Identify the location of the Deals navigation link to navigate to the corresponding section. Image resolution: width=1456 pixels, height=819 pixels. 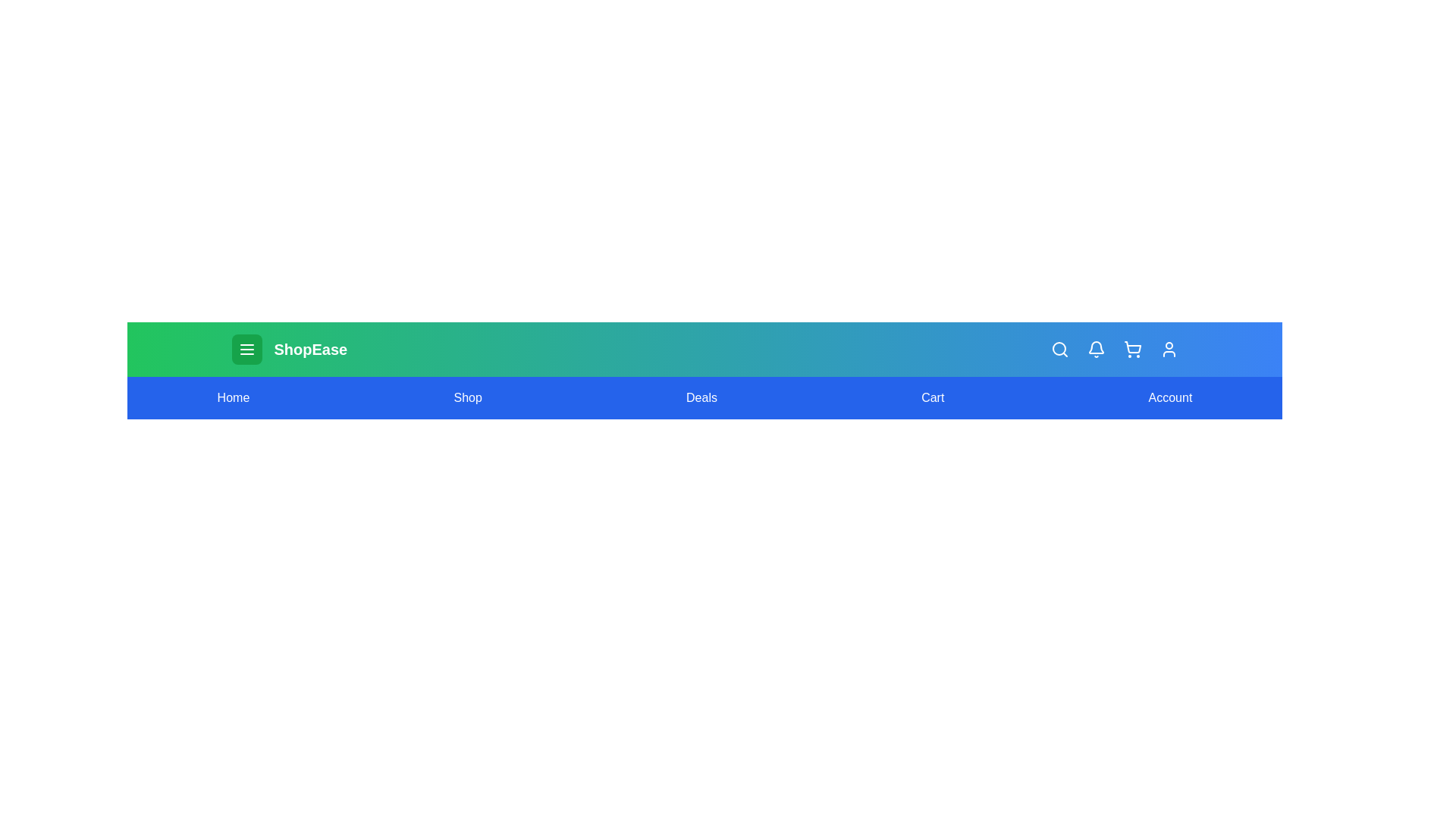
(701, 397).